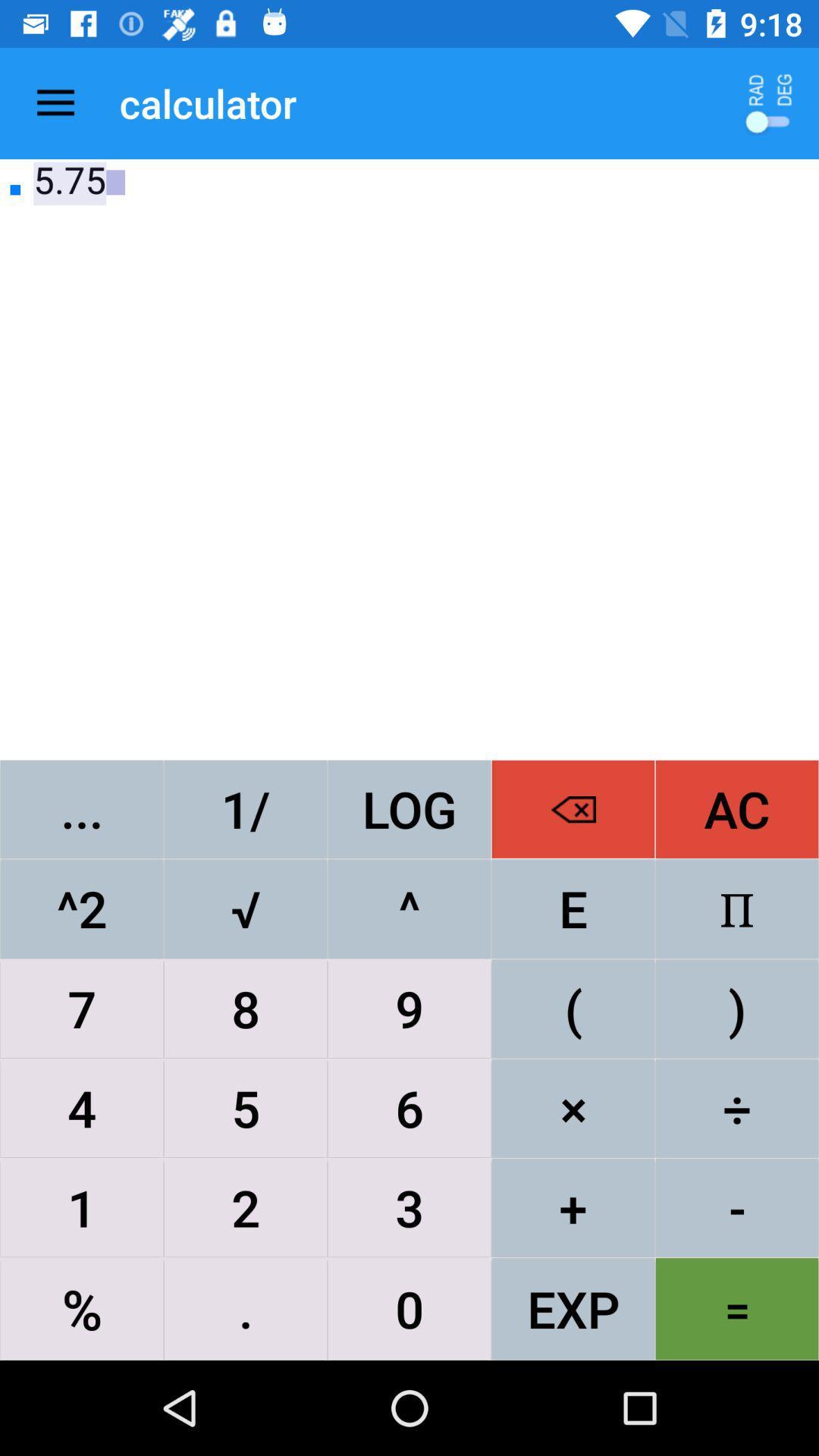 The image size is (819, 1456). What do you see at coordinates (573, 908) in the screenshot?
I see `item above the 9 item` at bounding box center [573, 908].